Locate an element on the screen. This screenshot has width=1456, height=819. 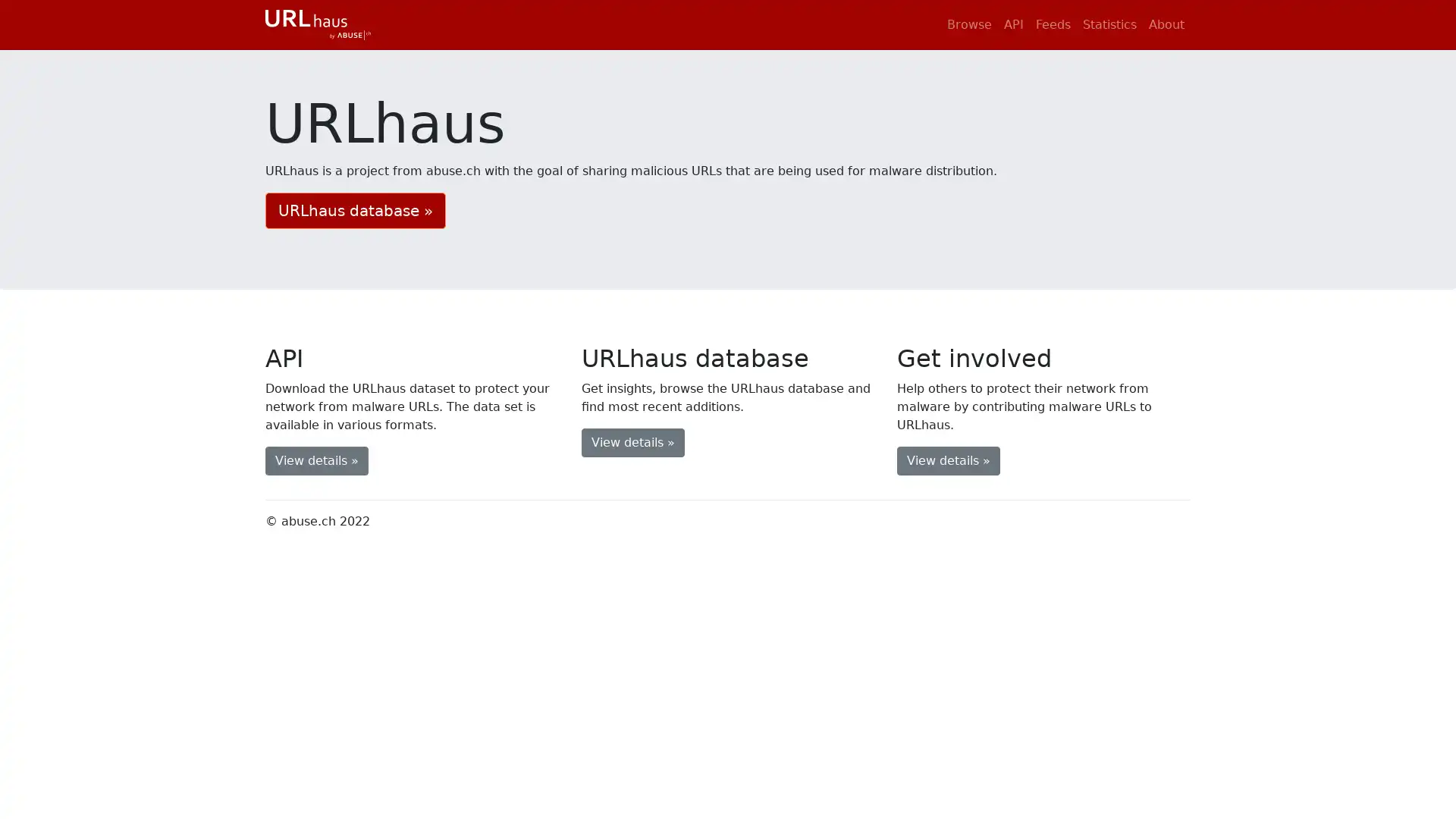
View details is located at coordinates (315, 459).